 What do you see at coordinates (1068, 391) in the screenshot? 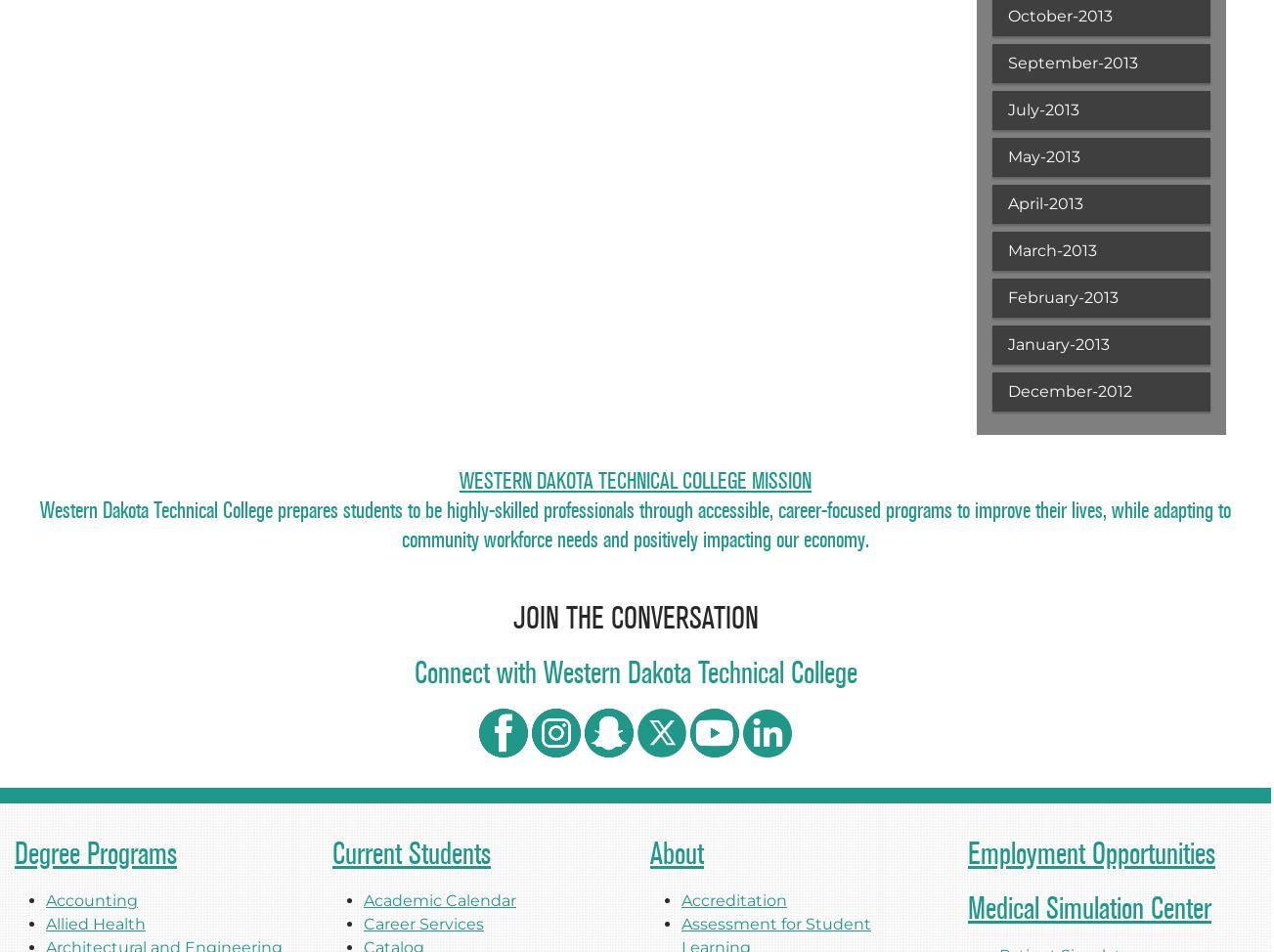
I see `'December-2012'` at bounding box center [1068, 391].